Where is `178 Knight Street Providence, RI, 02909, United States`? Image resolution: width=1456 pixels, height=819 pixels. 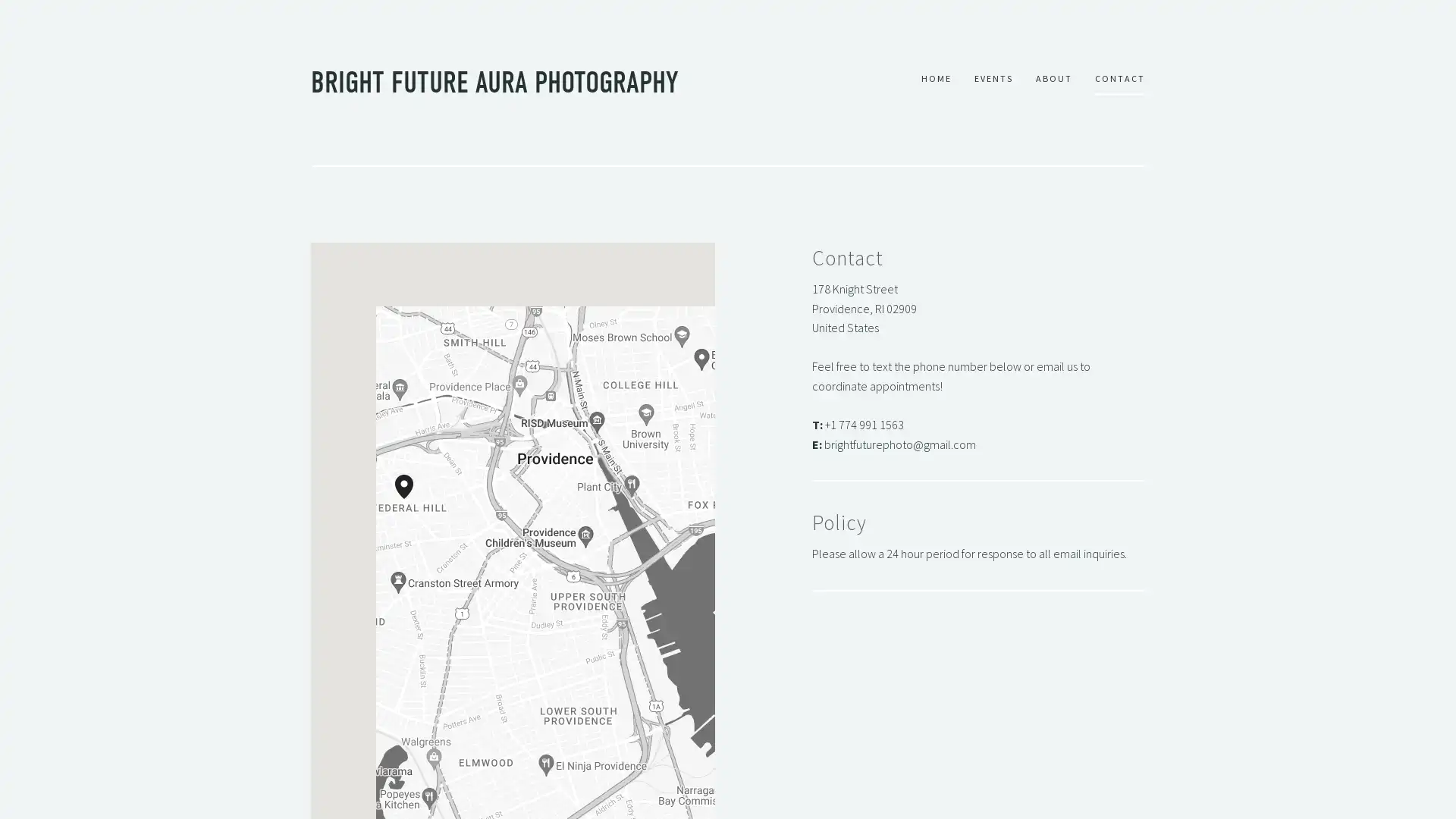 178 Knight Street Providence, RI, 02909, United States is located at coordinates (412, 499).